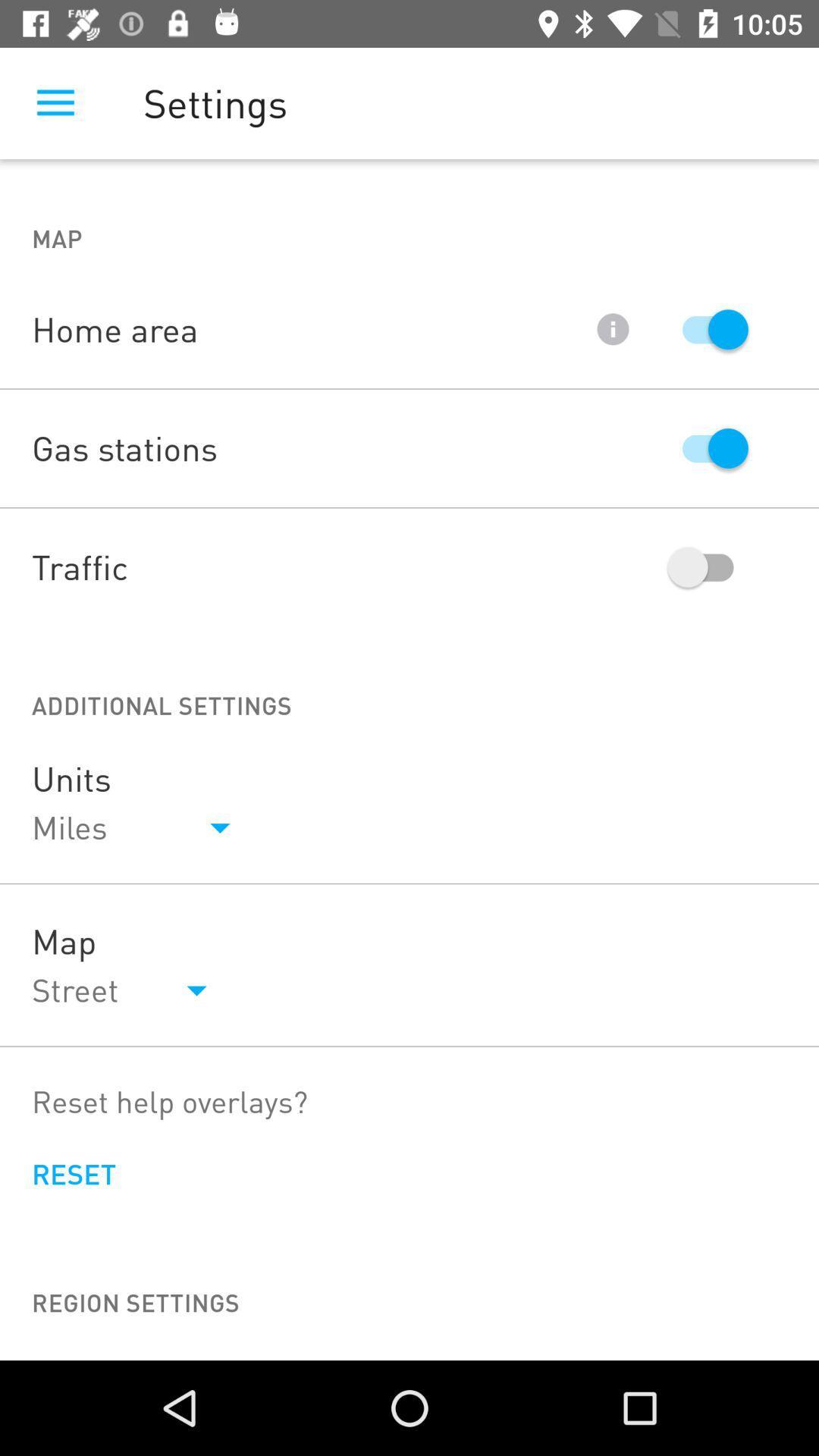  Describe the element at coordinates (708, 328) in the screenshot. I see `a toggle to turn a widget on or off` at that location.